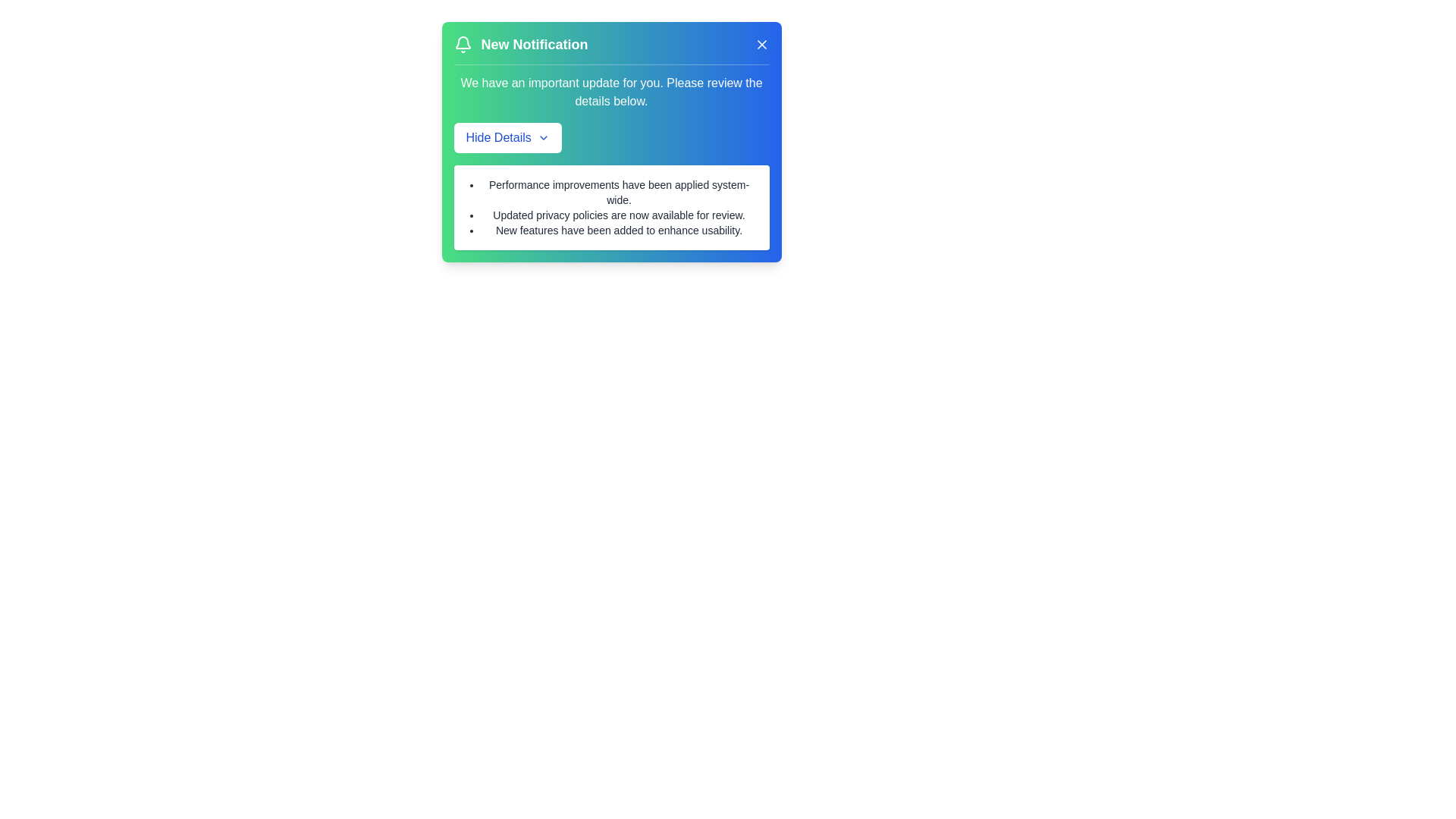  Describe the element at coordinates (761, 43) in the screenshot. I see `the 'X' button to close the notification` at that location.